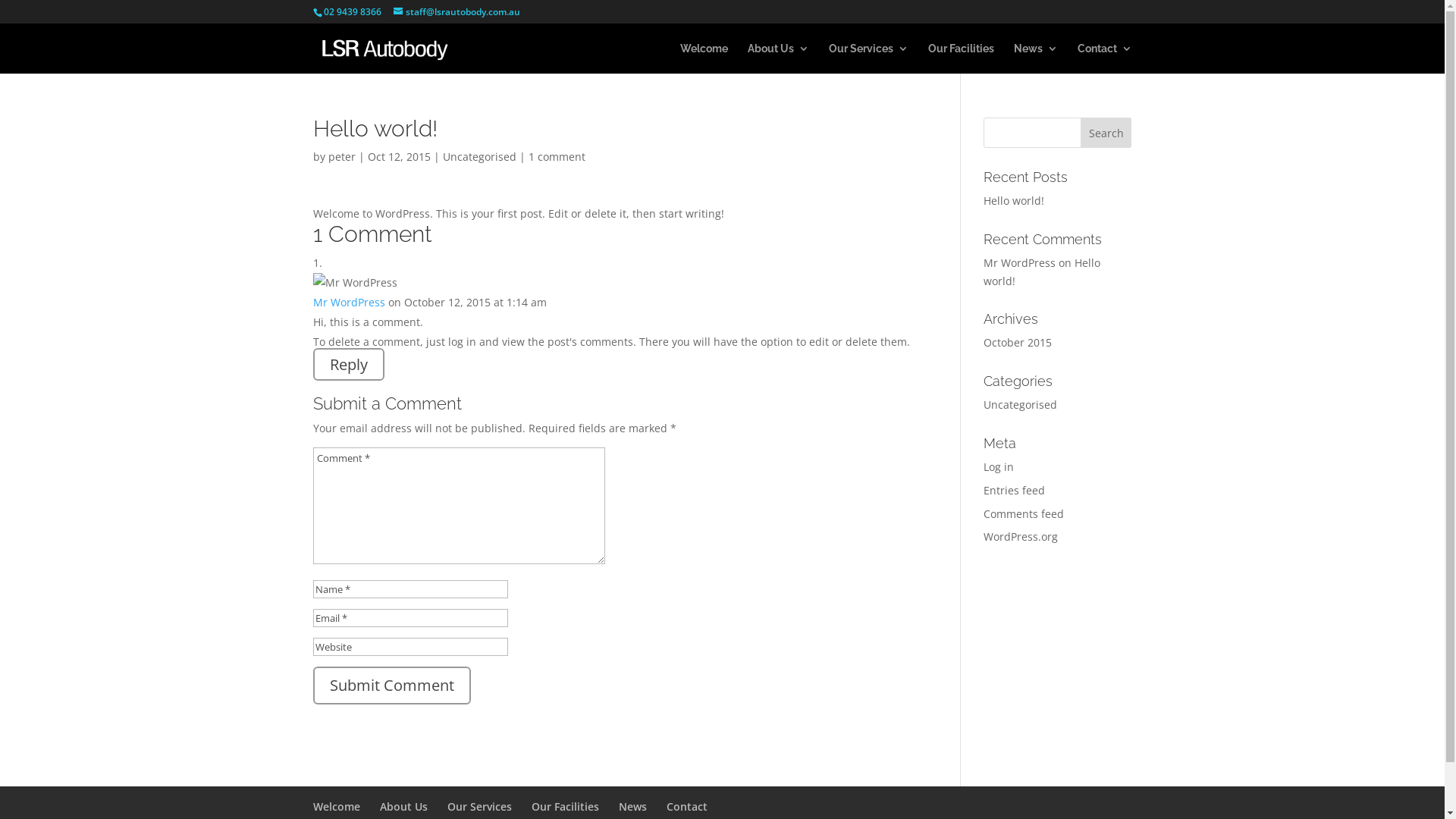 The width and height of the screenshot is (1456, 819). What do you see at coordinates (686, 805) in the screenshot?
I see `'Contact'` at bounding box center [686, 805].